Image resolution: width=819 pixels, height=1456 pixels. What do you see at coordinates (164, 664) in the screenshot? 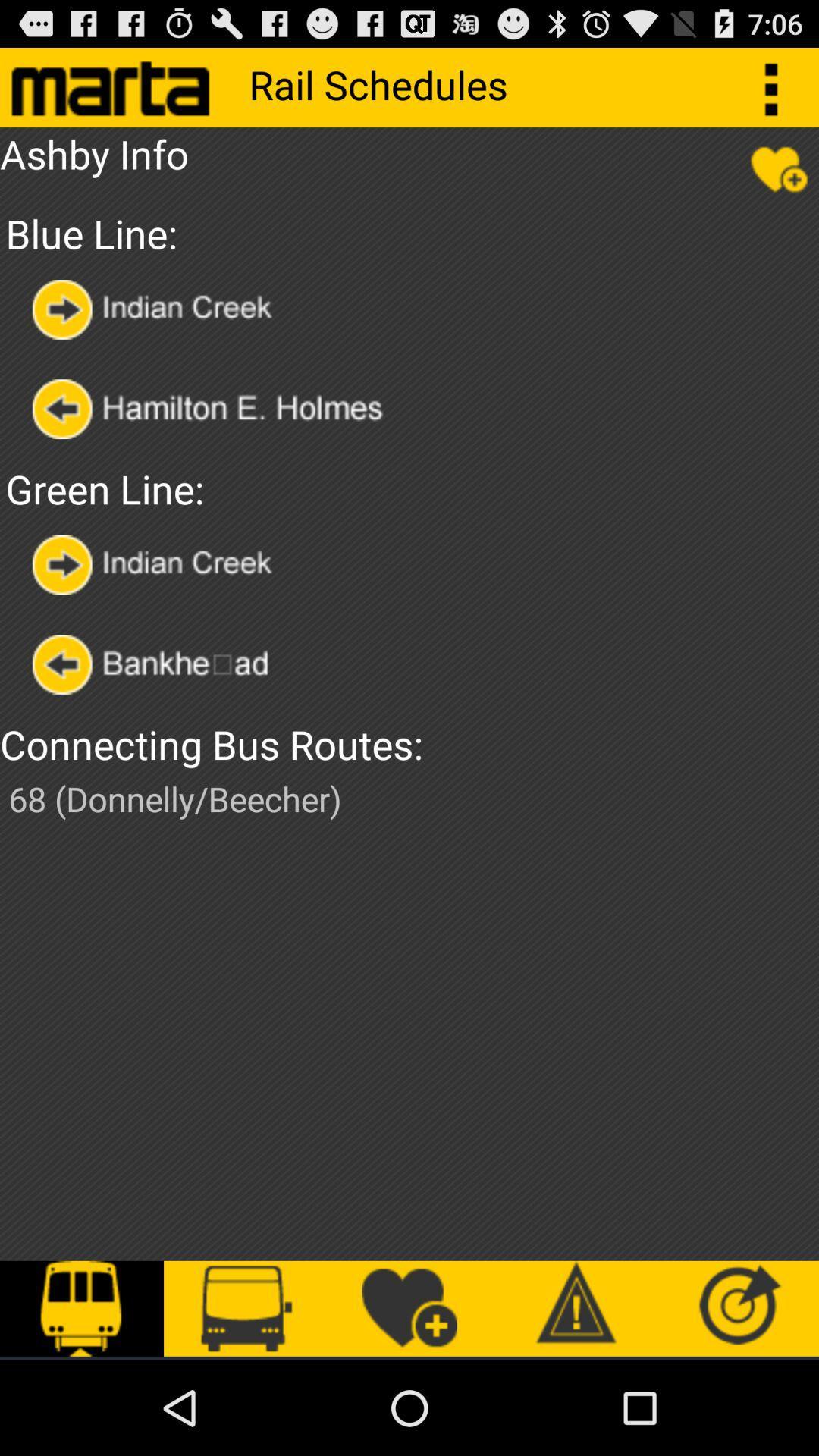
I see `go back` at bounding box center [164, 664].